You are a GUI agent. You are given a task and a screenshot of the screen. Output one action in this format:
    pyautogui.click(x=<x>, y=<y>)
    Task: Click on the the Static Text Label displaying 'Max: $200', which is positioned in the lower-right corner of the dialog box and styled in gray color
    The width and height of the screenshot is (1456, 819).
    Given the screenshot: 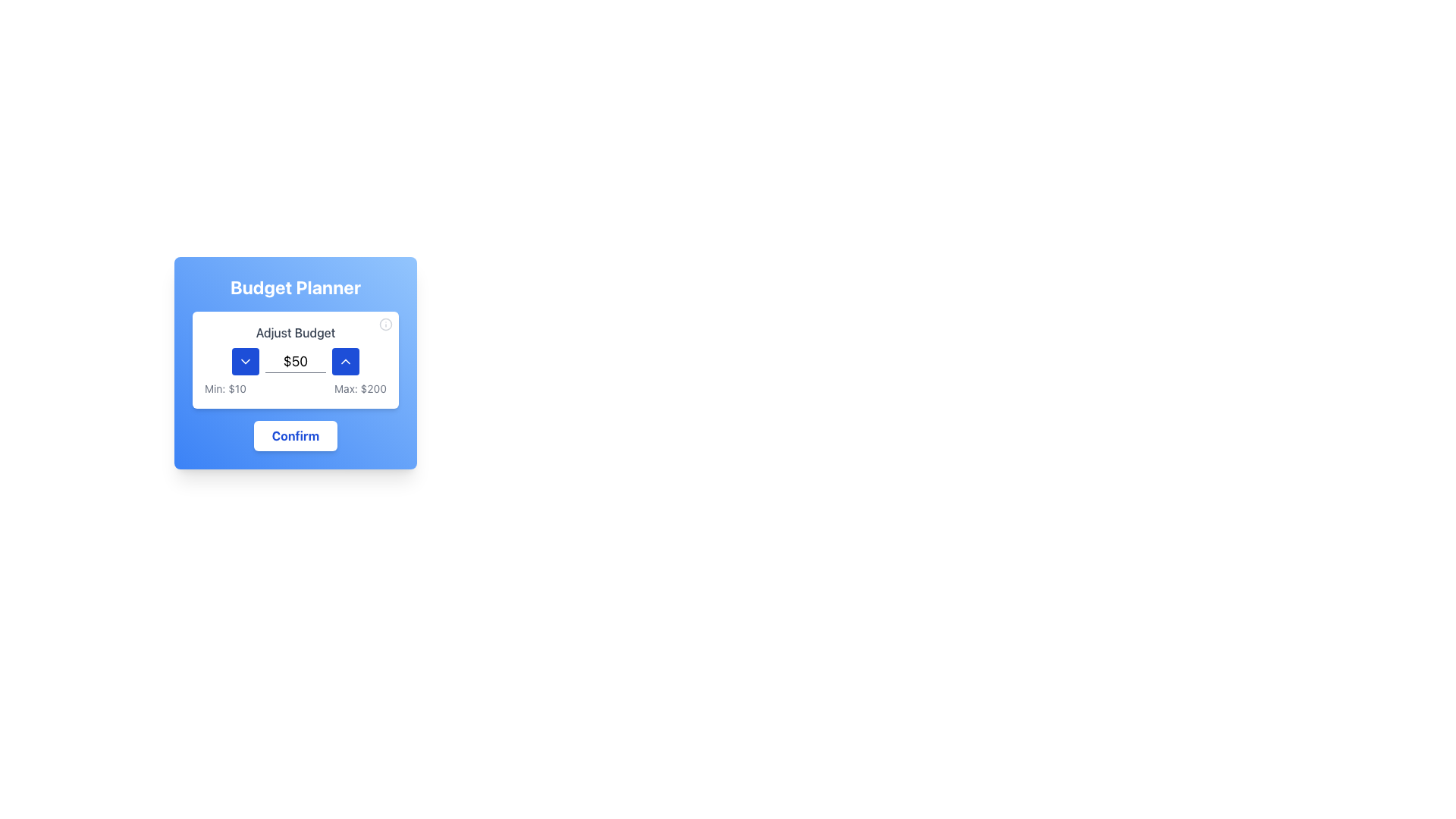 What is the action you would take?
    pyautogui.click(x=359, y=388)
    